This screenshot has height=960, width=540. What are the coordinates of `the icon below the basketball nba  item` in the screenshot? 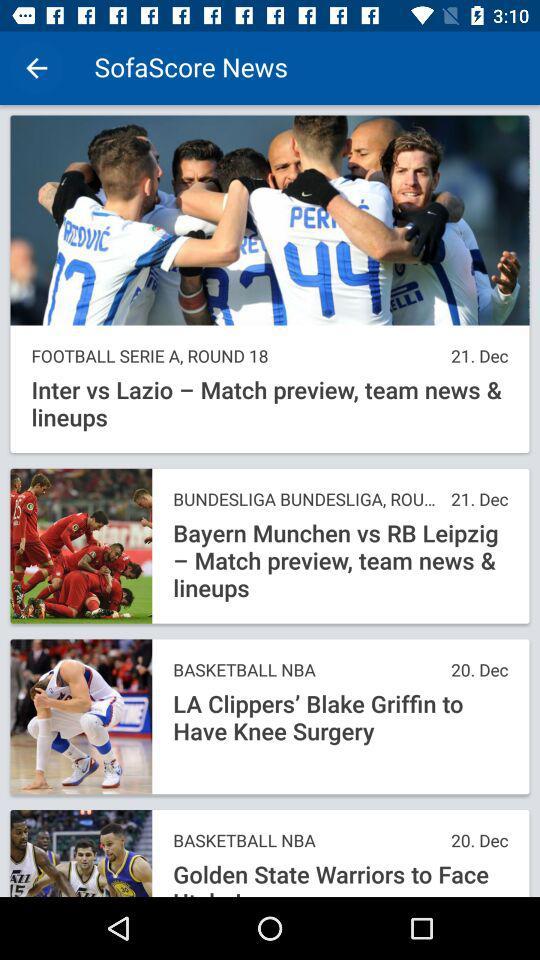 It's located at (339, 718).